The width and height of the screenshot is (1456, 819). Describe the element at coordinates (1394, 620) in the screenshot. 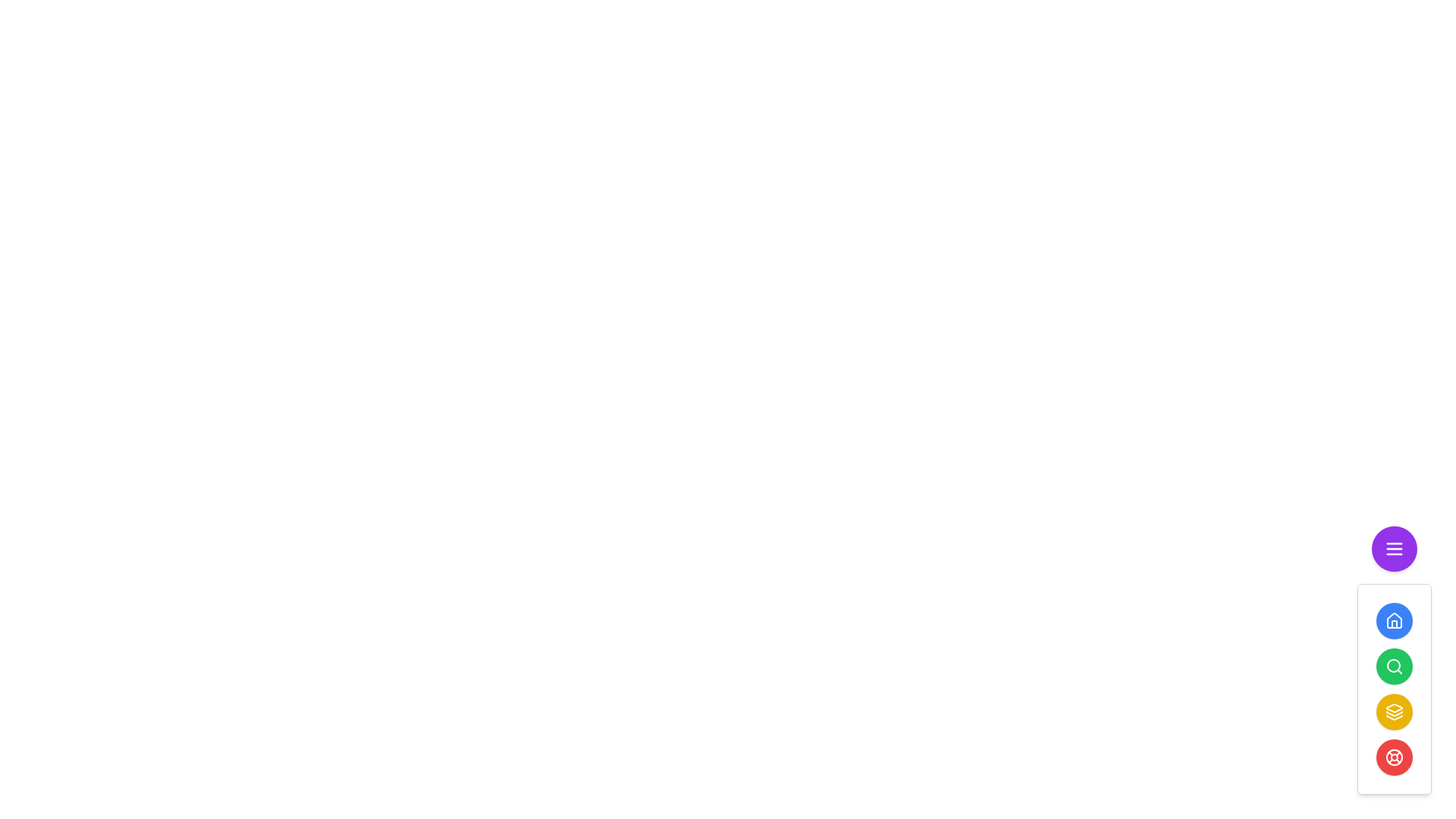

I see `the top circular blue button with a white house icon` at that location.